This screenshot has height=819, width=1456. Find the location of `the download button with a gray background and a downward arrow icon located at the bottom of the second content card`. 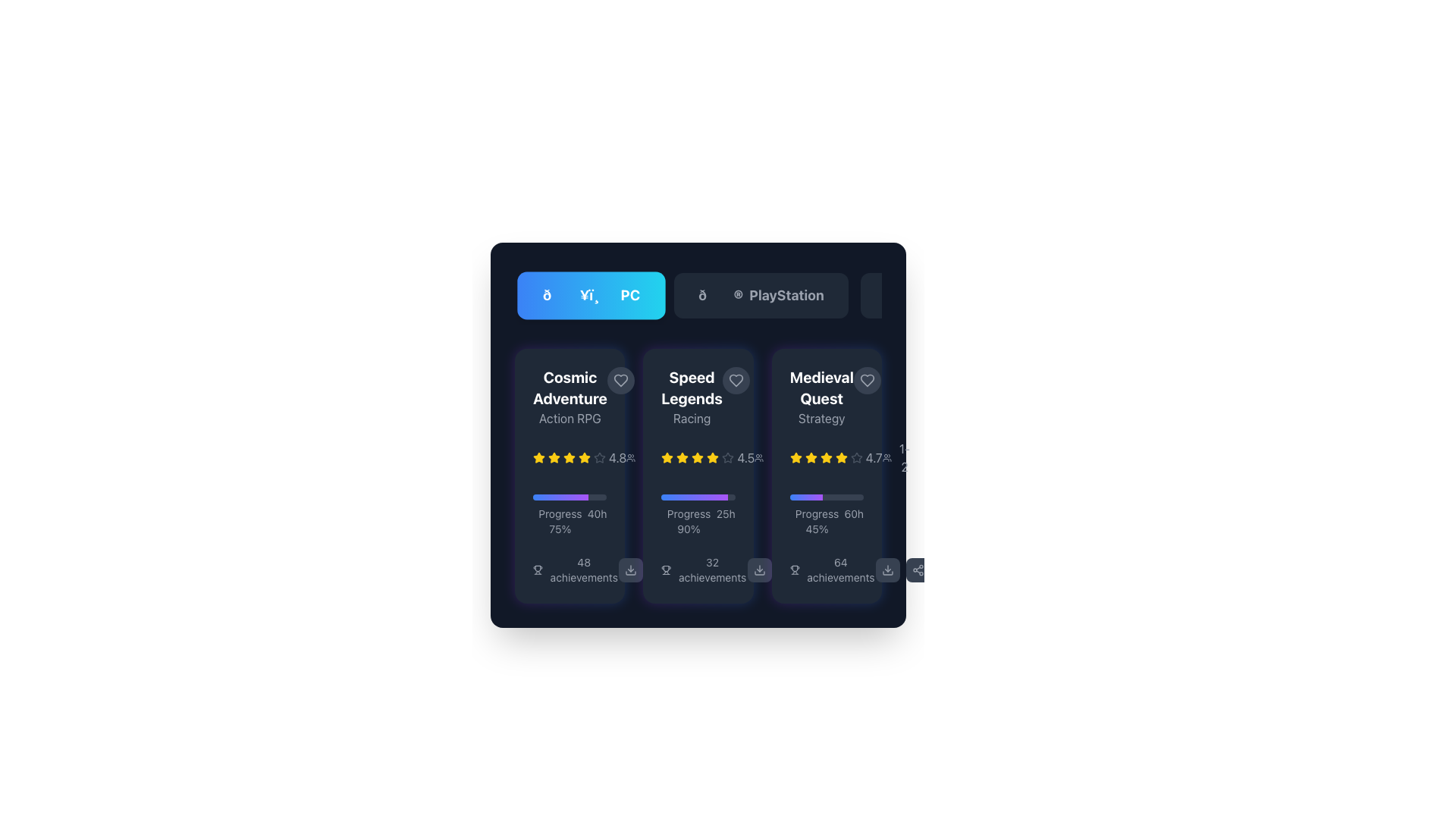

the download button with a gray background and a downward arrow icon located at the bottom of the second content card is located at coordinates (759, 570).